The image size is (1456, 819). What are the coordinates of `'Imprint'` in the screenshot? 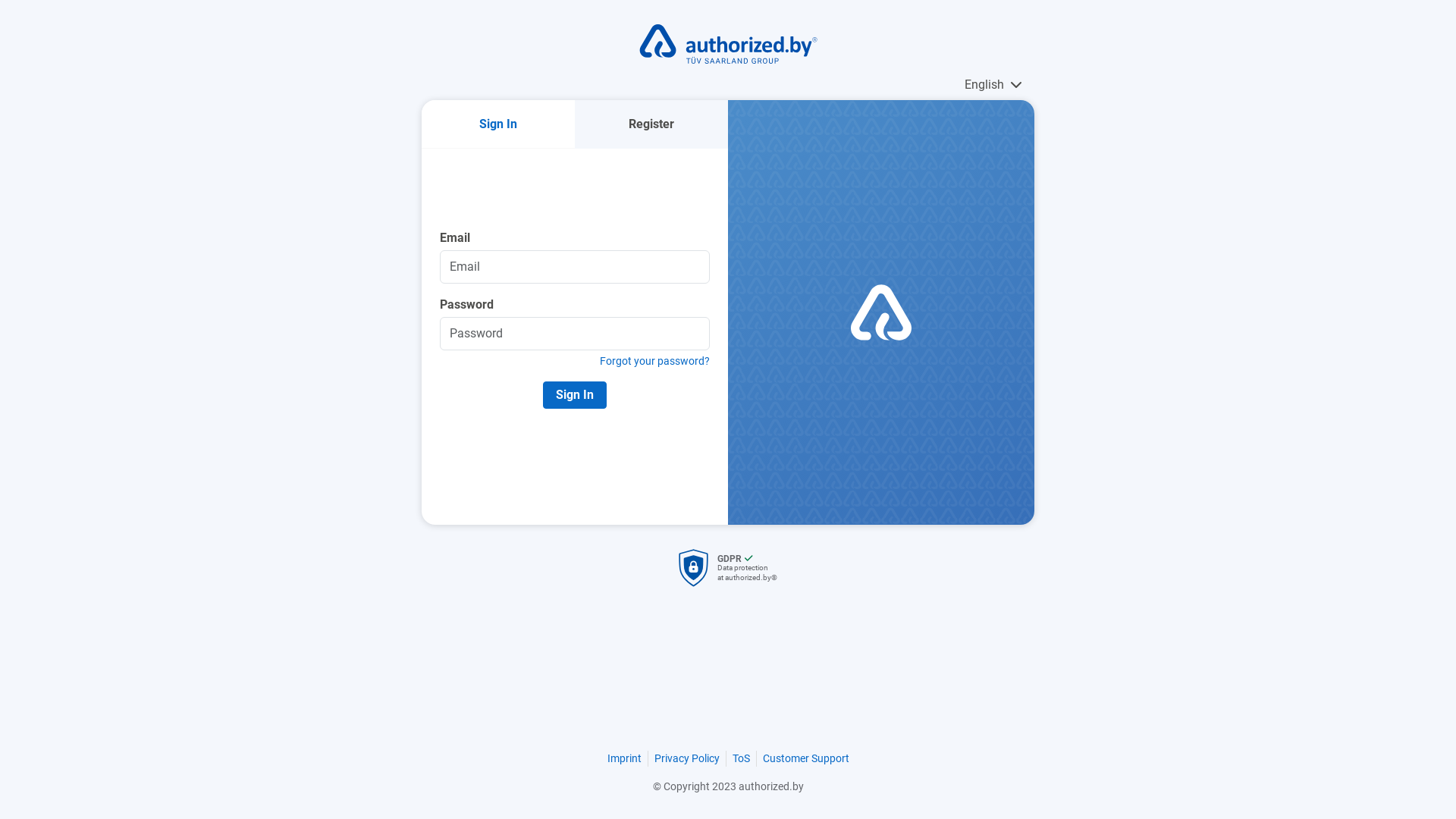 It's located at (623, 758).